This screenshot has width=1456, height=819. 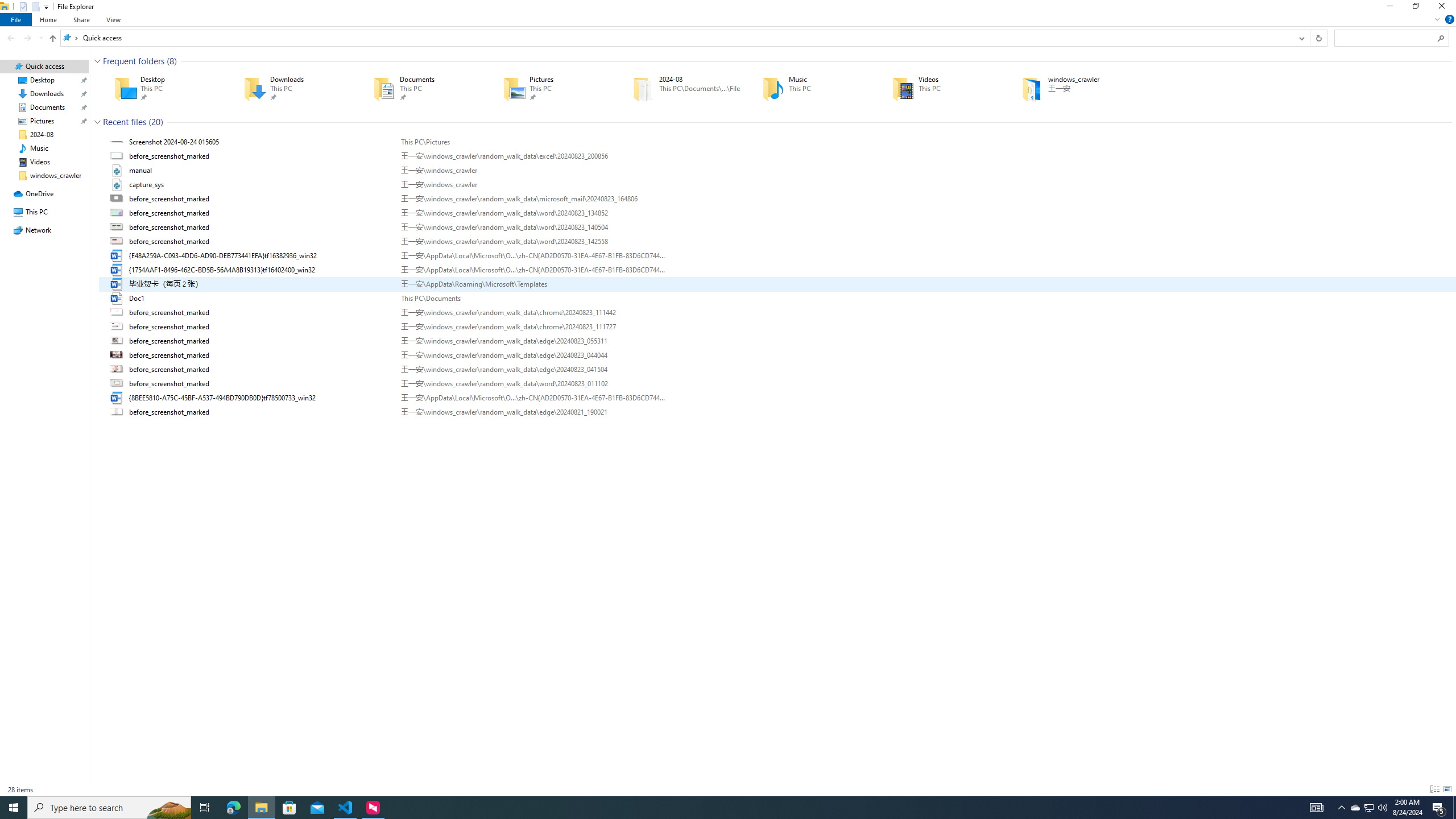 What do you see at coordinates (81, 19) in the screenshot?
I see `'Share'` at bounding box center [81, 19].